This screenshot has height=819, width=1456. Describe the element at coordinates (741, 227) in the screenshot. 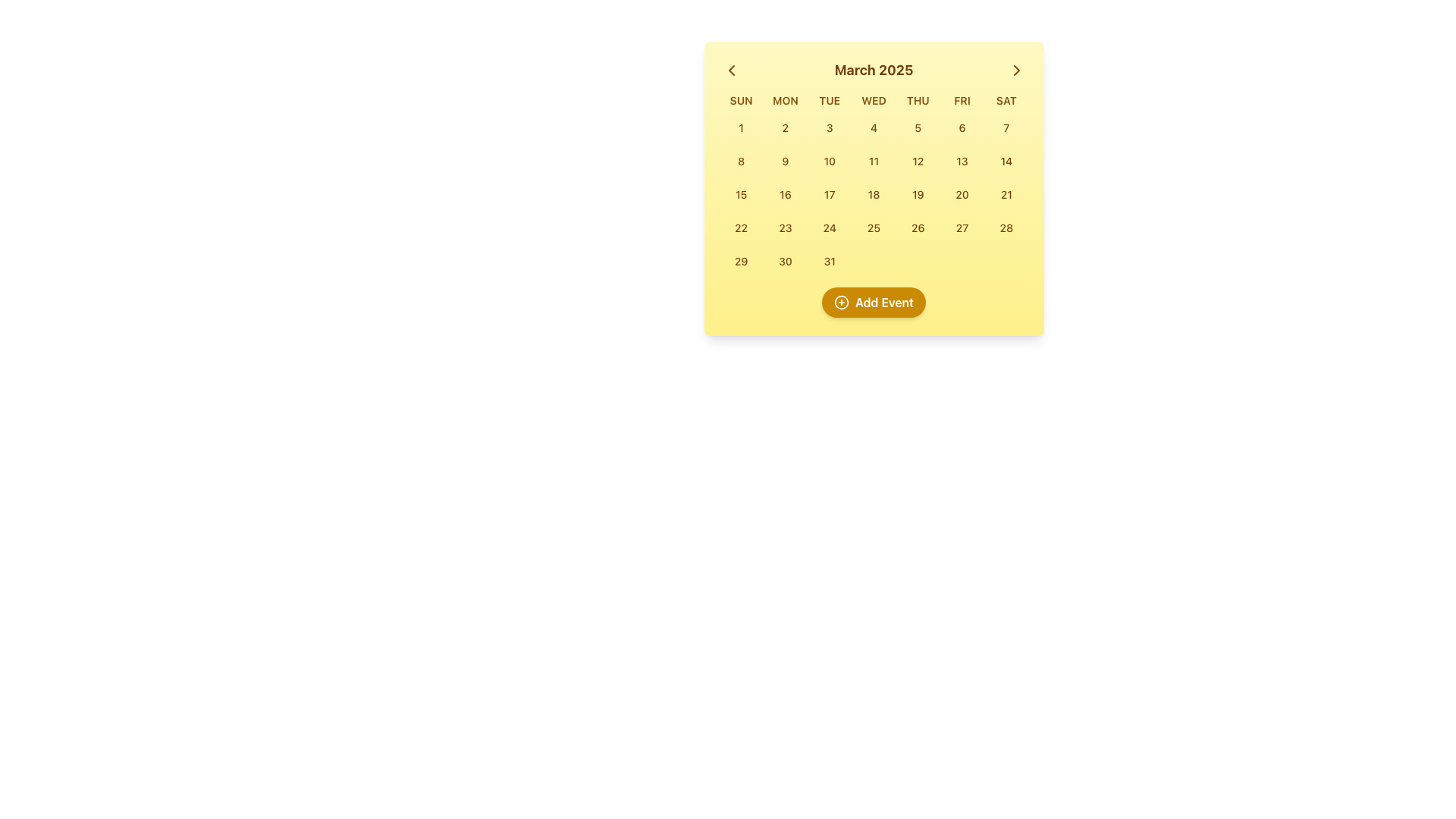

I see `the text element displaying the number '22' in the calendar for a tooltip or highlight effect` at that location.